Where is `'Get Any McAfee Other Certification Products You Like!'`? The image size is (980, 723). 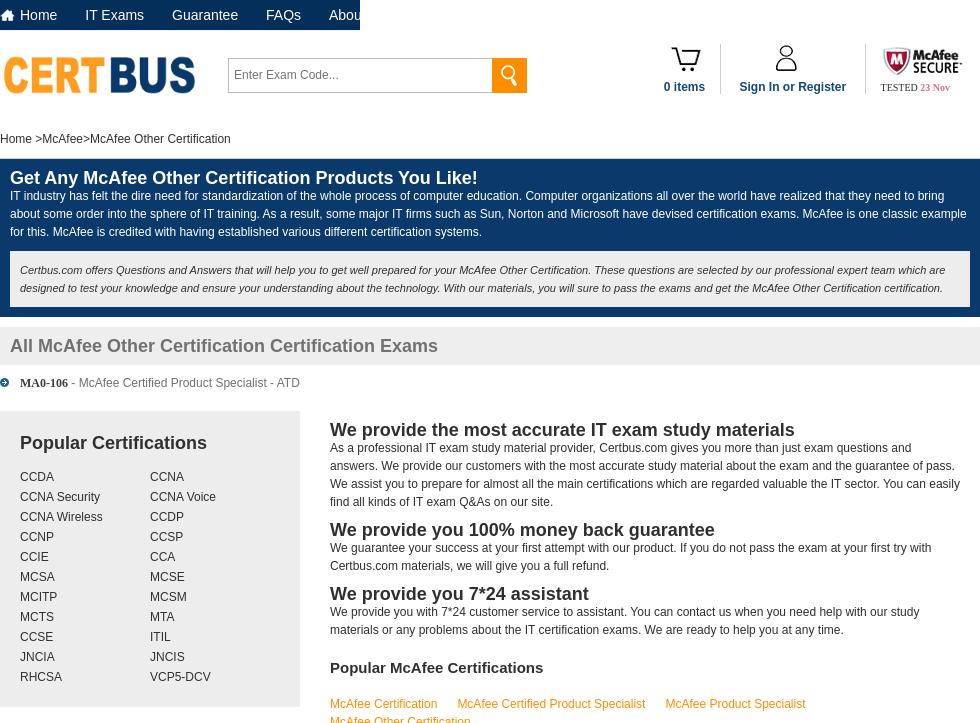
'Get Any McAfee Other Certification Products You Like!' is located at coordinates (243, 178).